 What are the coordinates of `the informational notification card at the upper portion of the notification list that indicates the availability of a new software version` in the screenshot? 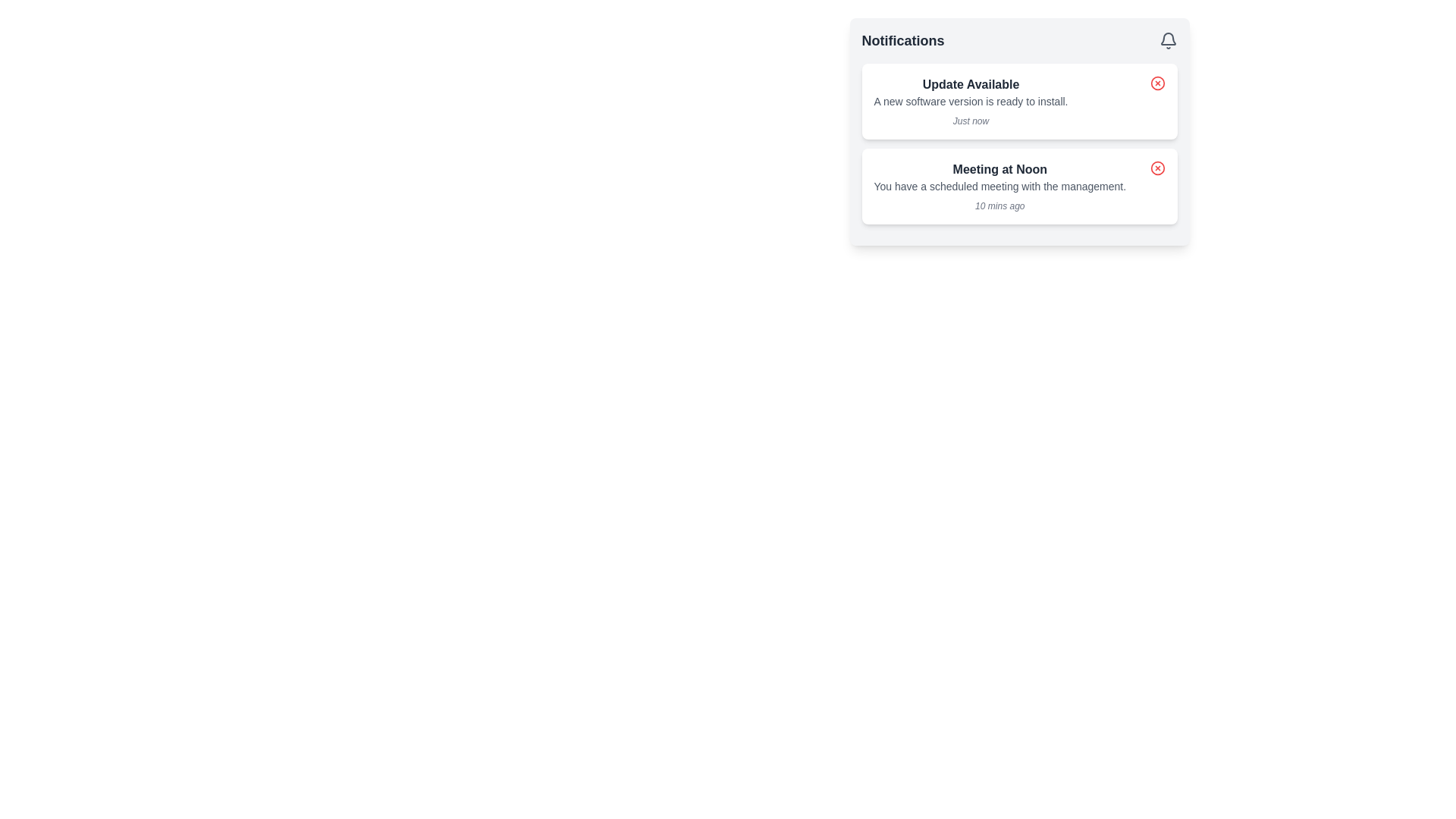 It's located at (971, 102).